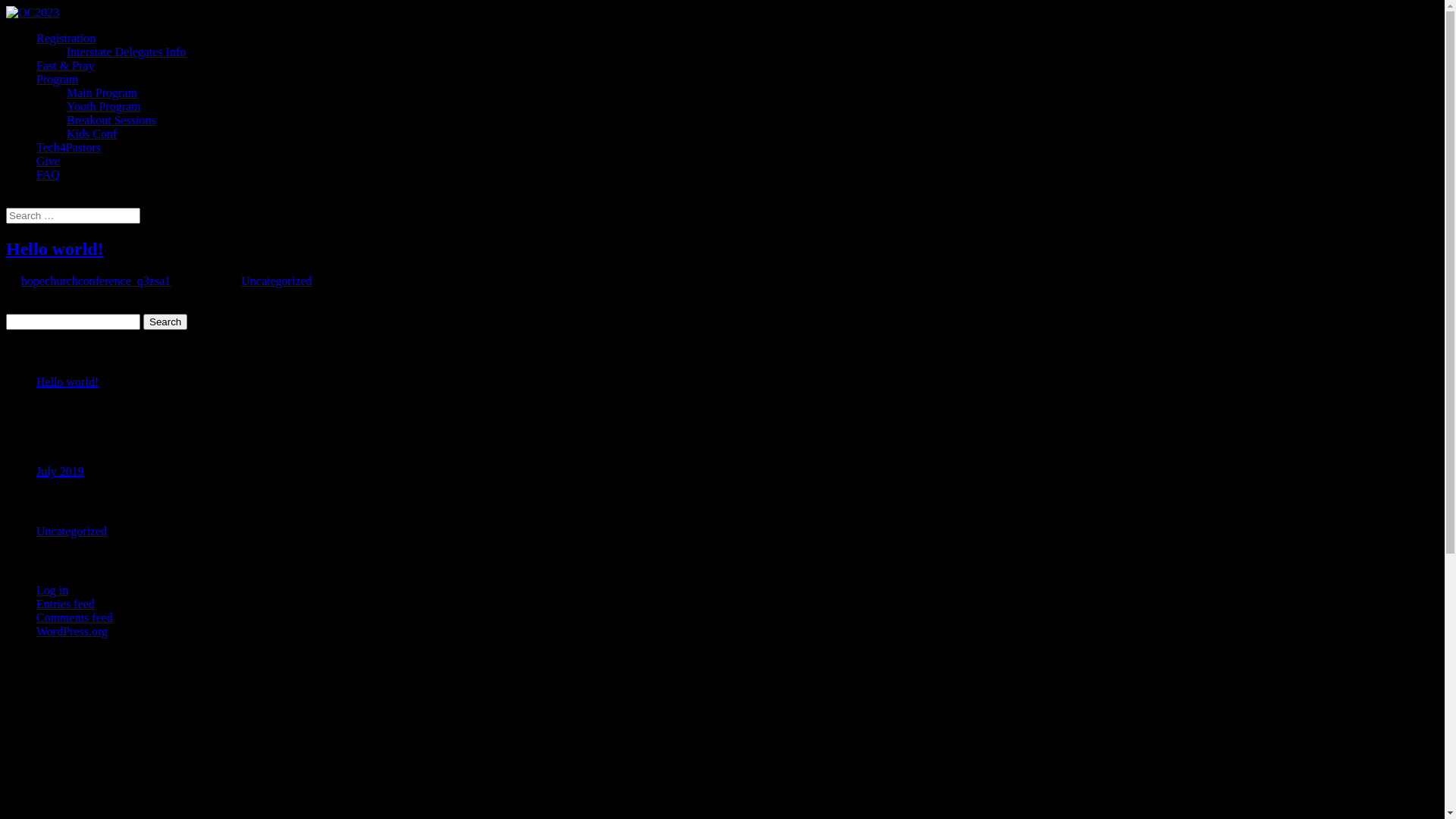 Image resolution: width=1456 pixels, height=819 pixels. What do you see at coordinates (64, 603) in the screenshot?
I see `'Entries feed'` at bounding box center [64, 603].